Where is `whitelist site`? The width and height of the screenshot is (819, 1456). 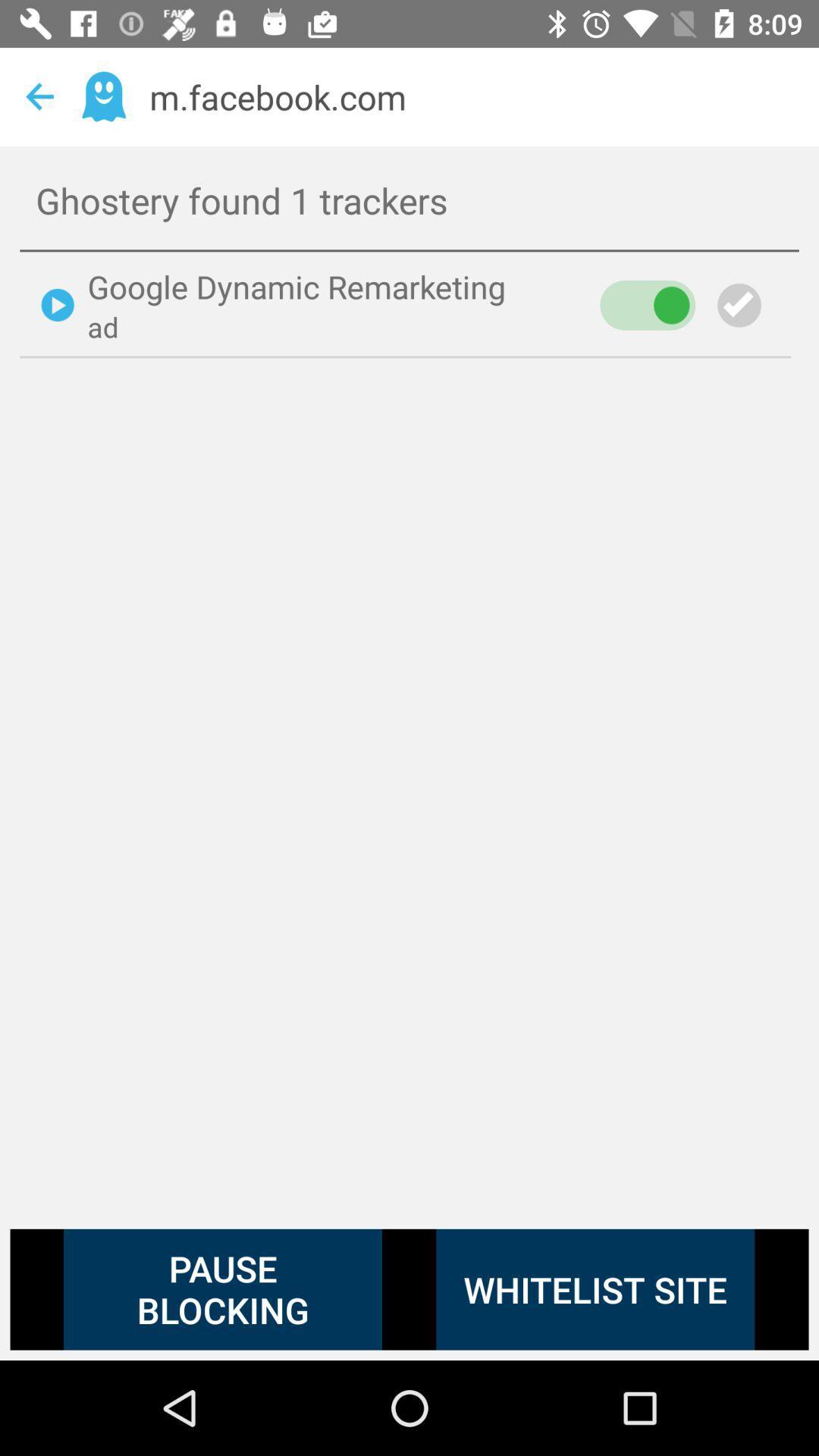
whitelist site is located at coordinates (595, 1288).